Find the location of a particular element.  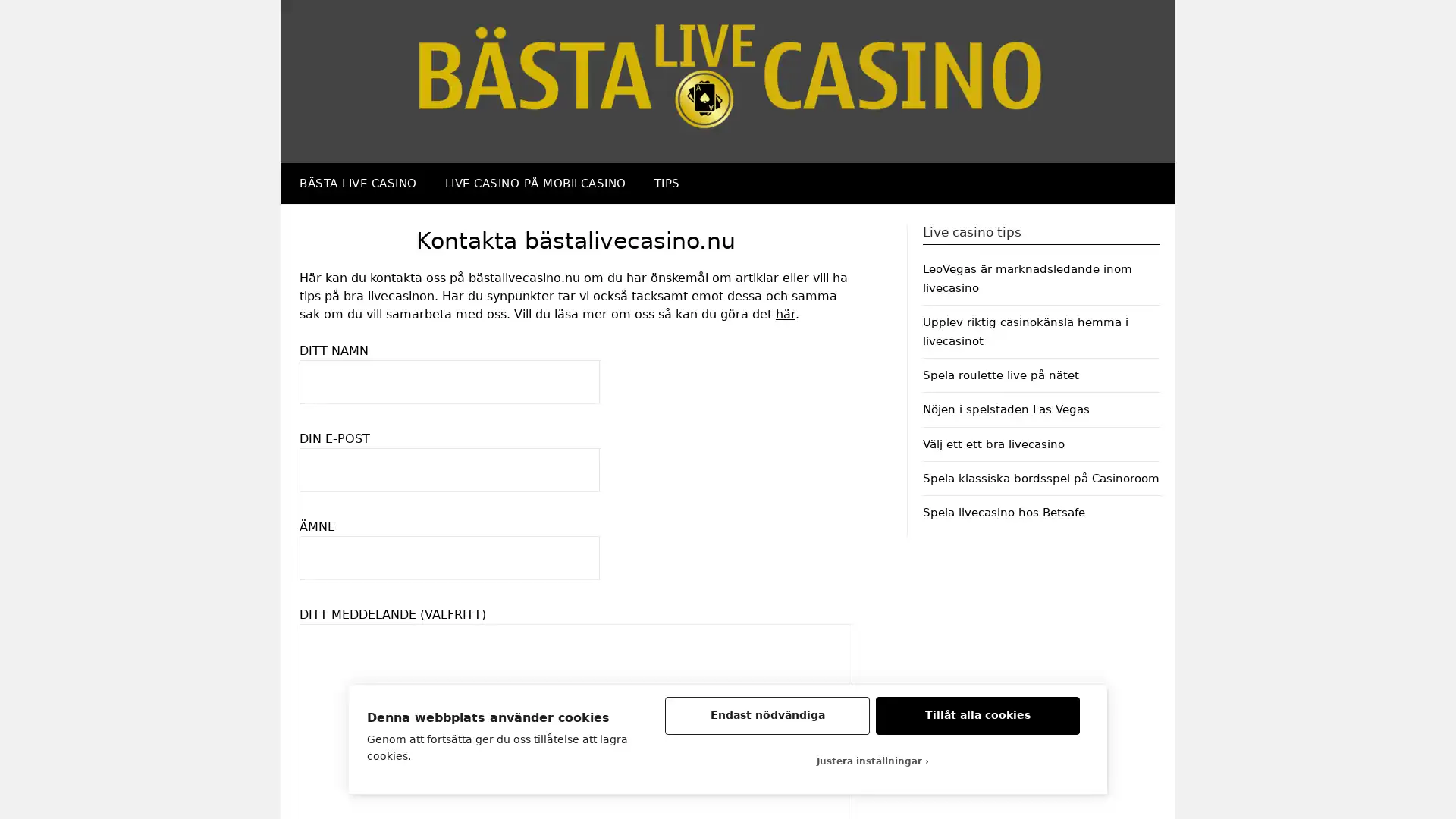

Tillat alla cookies is located at coordinates (977, 716).